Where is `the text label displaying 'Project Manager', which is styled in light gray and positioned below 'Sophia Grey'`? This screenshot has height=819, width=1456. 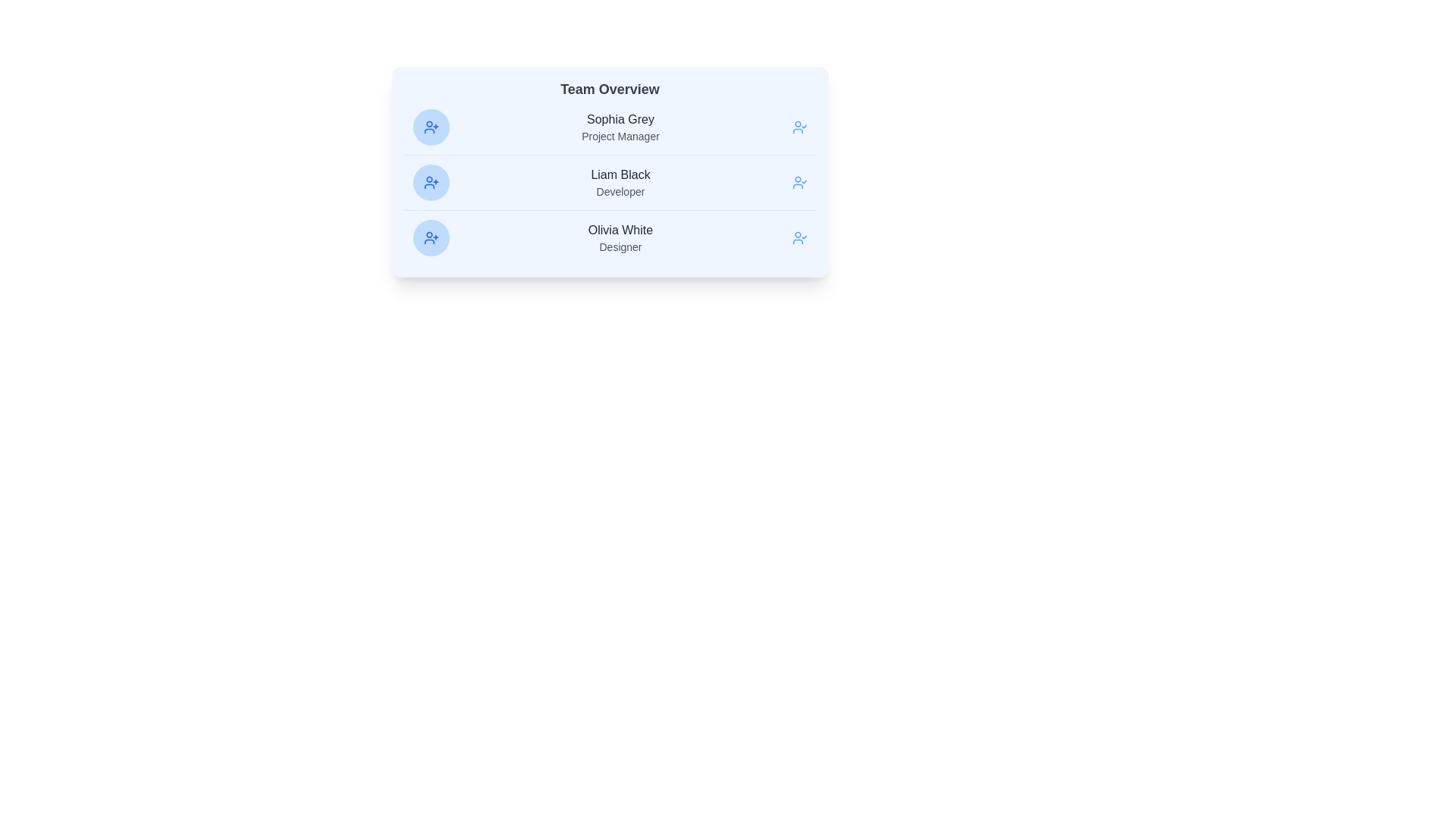 the text label displaying 'Project Manager', which is styled in light gray and positioned below 'Sophia Grey' is located at coordinates (620, 136).